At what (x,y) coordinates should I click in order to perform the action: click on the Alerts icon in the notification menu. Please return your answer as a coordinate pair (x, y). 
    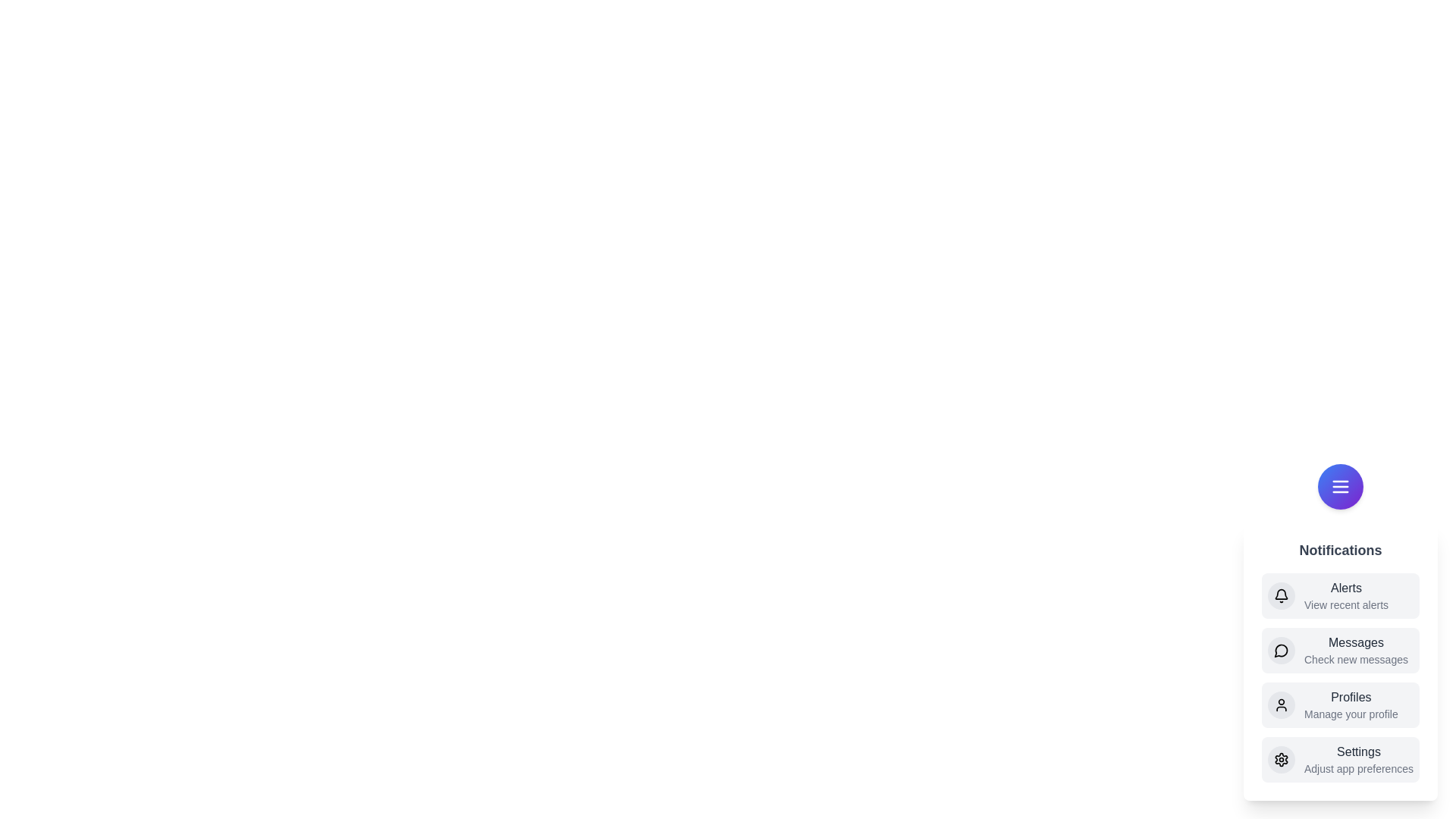
    Looking at the image, I should click on (1280, 595).